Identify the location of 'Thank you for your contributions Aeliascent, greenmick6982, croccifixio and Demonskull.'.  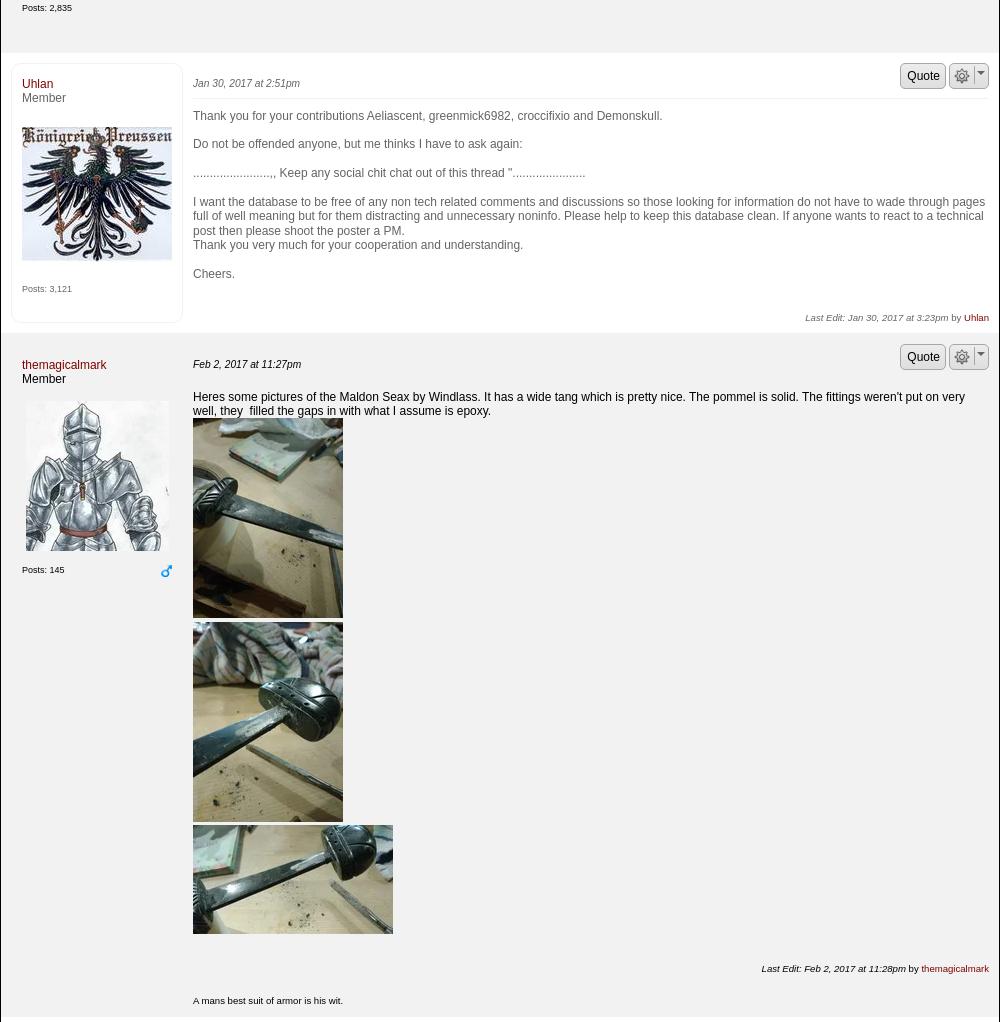
(427, 114).